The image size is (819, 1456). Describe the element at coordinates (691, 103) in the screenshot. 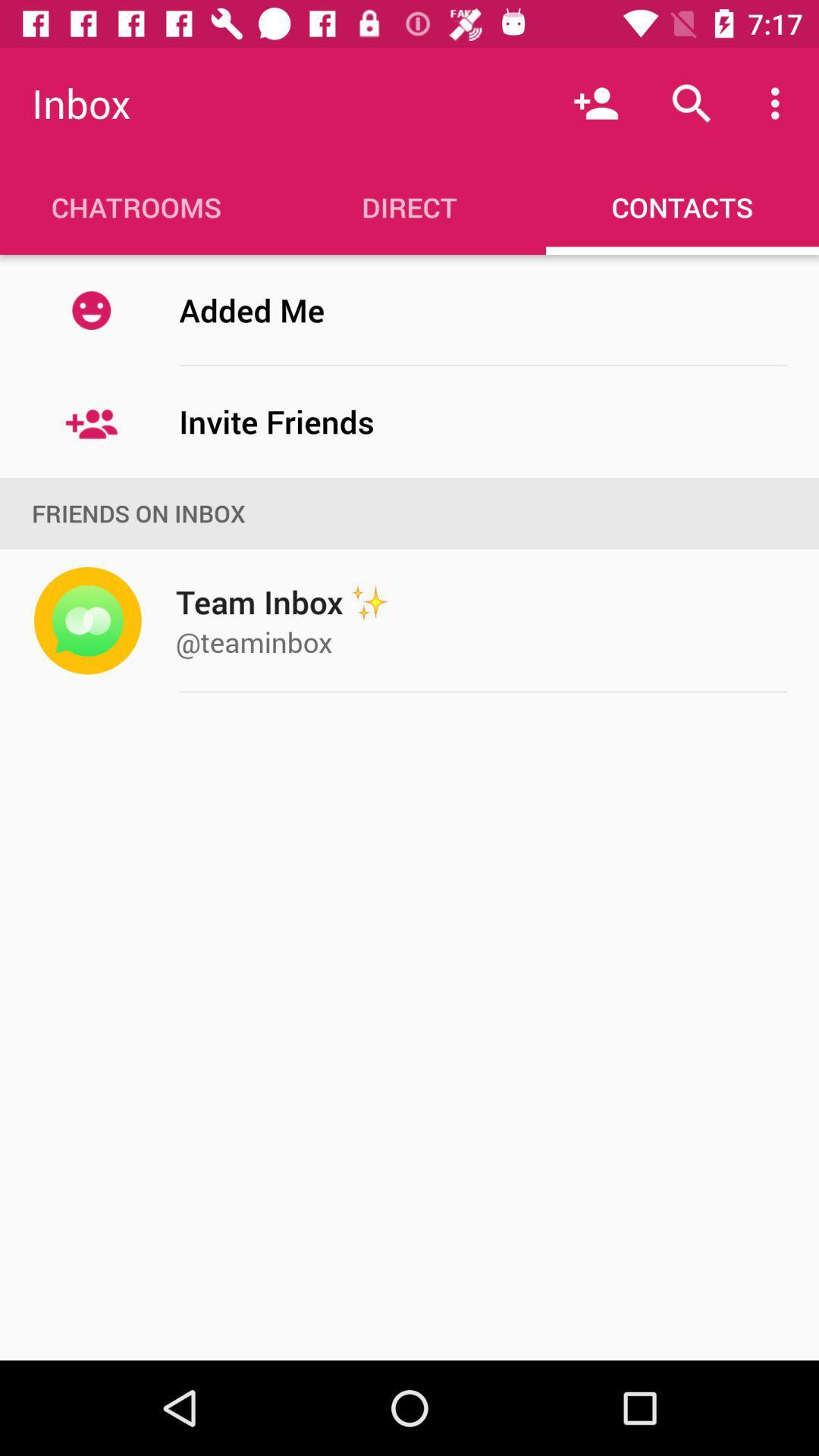

I see `the search icon` at that location.